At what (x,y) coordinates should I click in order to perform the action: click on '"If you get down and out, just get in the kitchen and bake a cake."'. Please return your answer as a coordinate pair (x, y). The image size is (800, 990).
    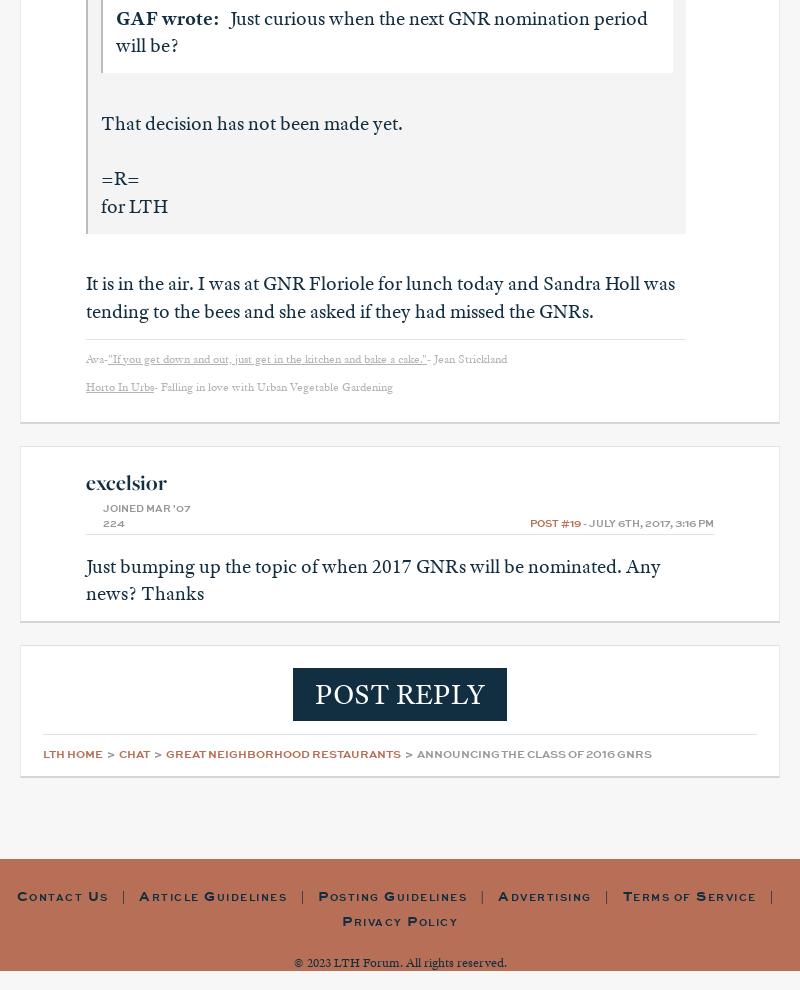
    Looking at the image, I should click on (267, 358).